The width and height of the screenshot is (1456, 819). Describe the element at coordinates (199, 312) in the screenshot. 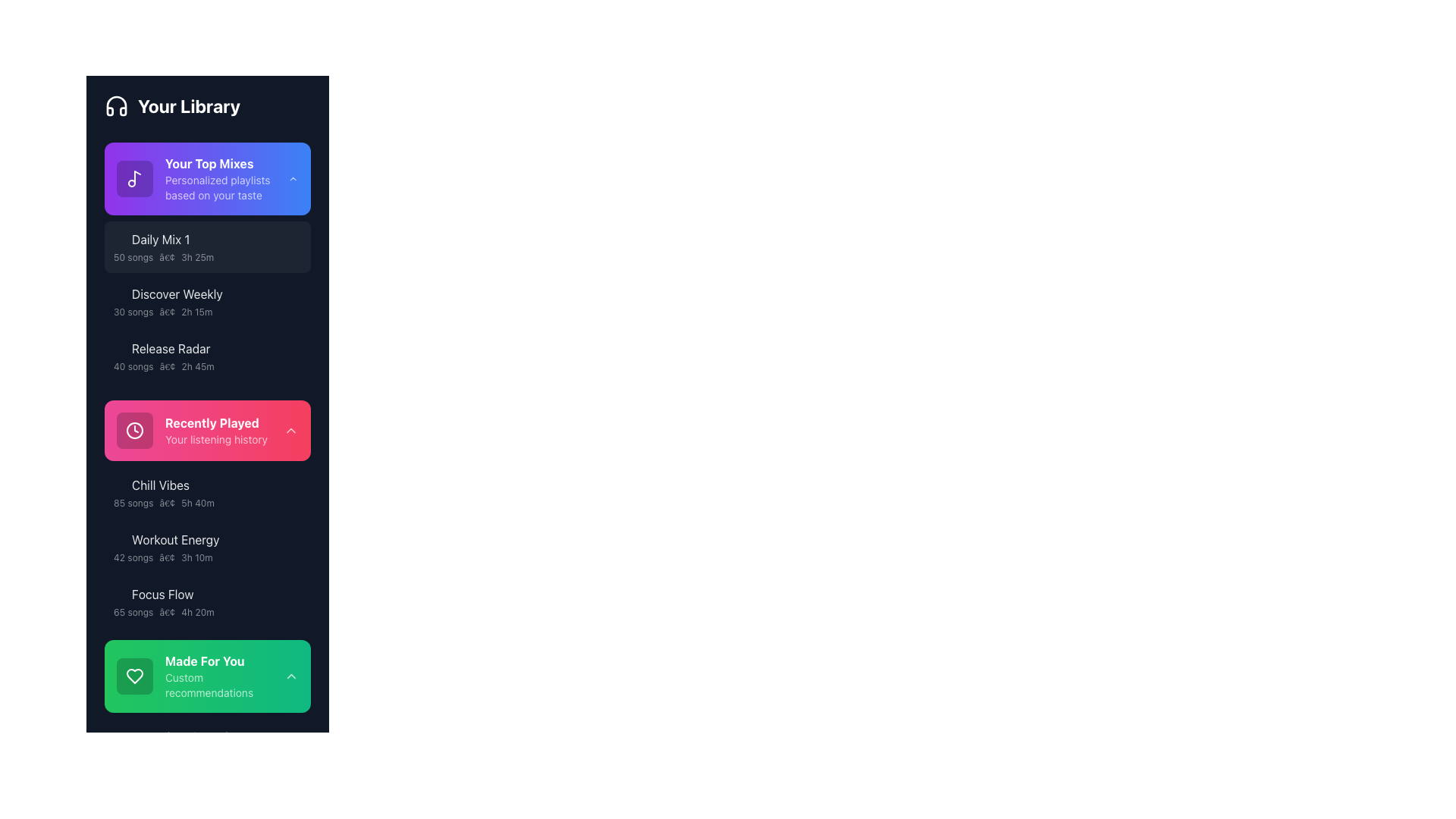

I see `text label displaying '30 songs • 2h 15m' which is located beneath the 'Discover Weekly' header in a small, semi-transparent white font` at that location.